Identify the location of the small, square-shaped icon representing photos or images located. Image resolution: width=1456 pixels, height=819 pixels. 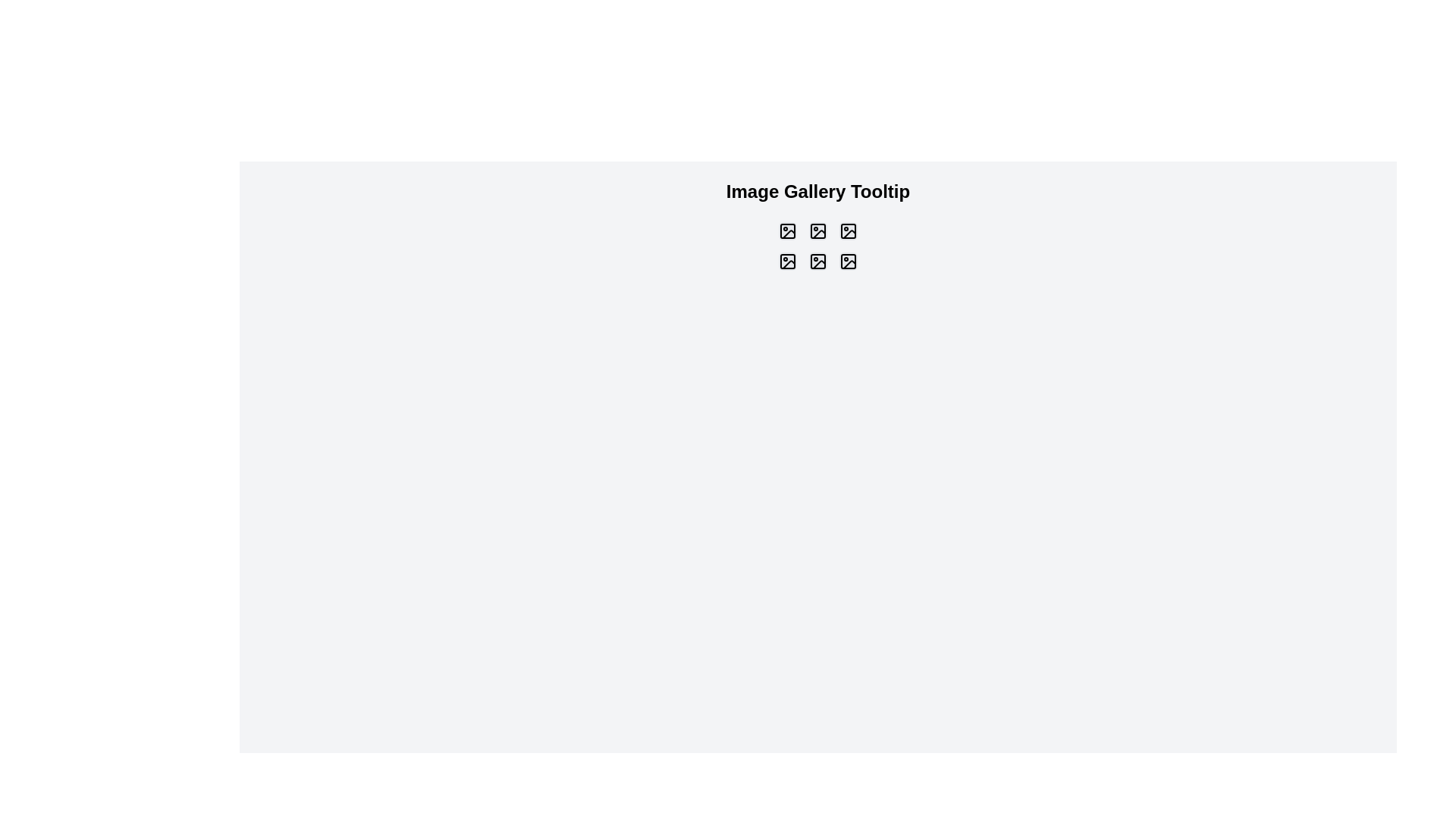
(847, 231).